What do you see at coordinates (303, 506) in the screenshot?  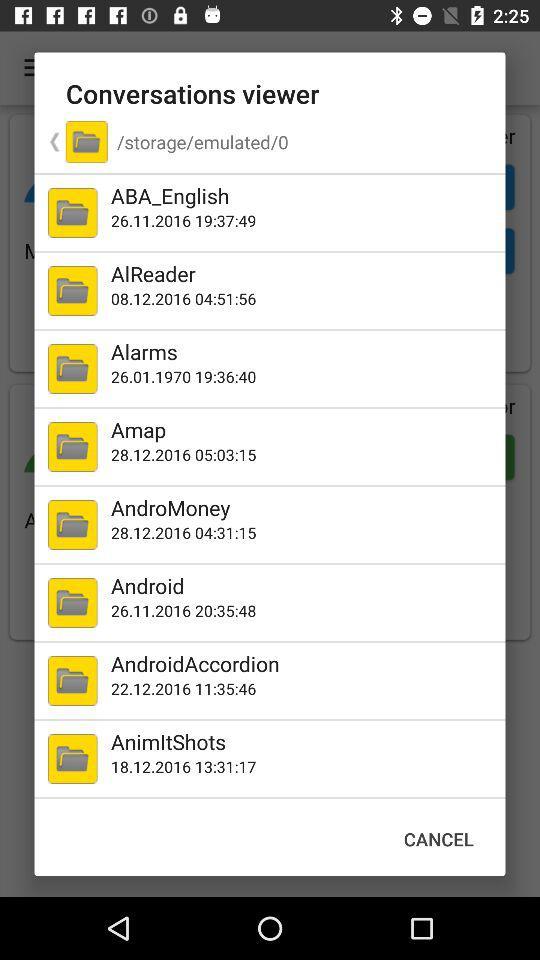 I see `the andromoney icon` at bounding box center [303, 506].